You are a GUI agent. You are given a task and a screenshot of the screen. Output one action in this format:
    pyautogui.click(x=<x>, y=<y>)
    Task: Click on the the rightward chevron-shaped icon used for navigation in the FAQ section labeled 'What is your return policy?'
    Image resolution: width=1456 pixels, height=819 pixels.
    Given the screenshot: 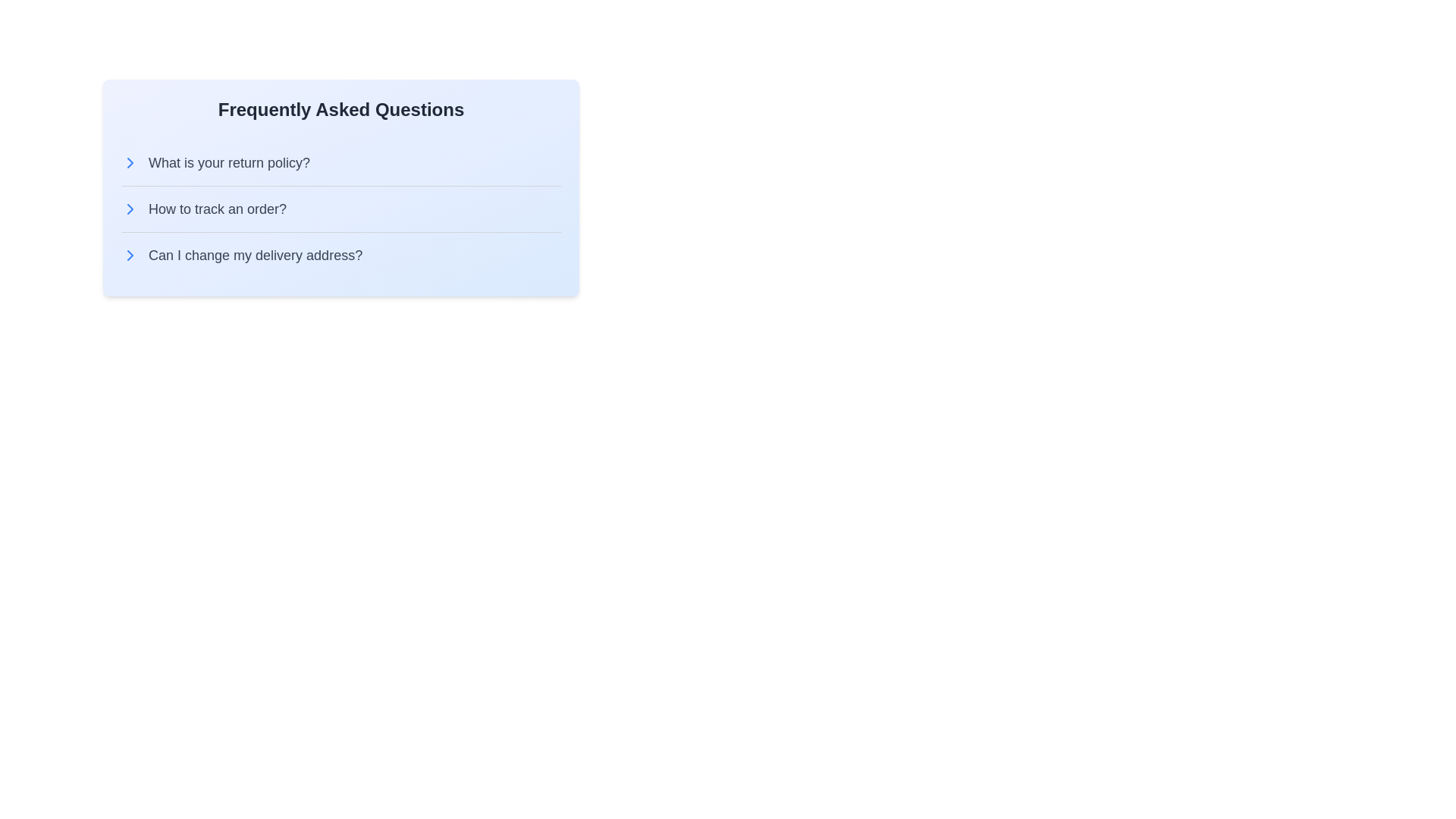 What is the action you would take?
    pyautogui.click(x=130, y=163)
    